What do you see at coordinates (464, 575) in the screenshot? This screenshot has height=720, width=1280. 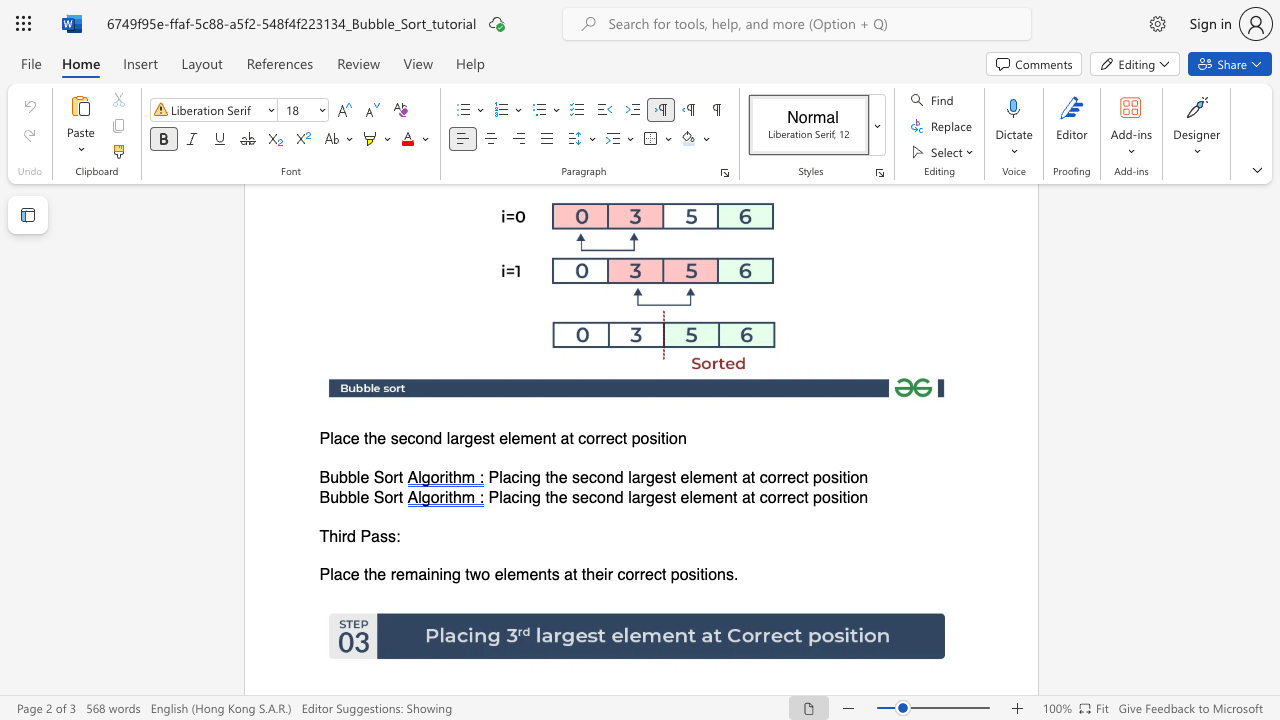 I see `the subset text "two elements at their corr" within the text "Place the remaining two elements at their correct positions."` at bounding box center [464, 575].